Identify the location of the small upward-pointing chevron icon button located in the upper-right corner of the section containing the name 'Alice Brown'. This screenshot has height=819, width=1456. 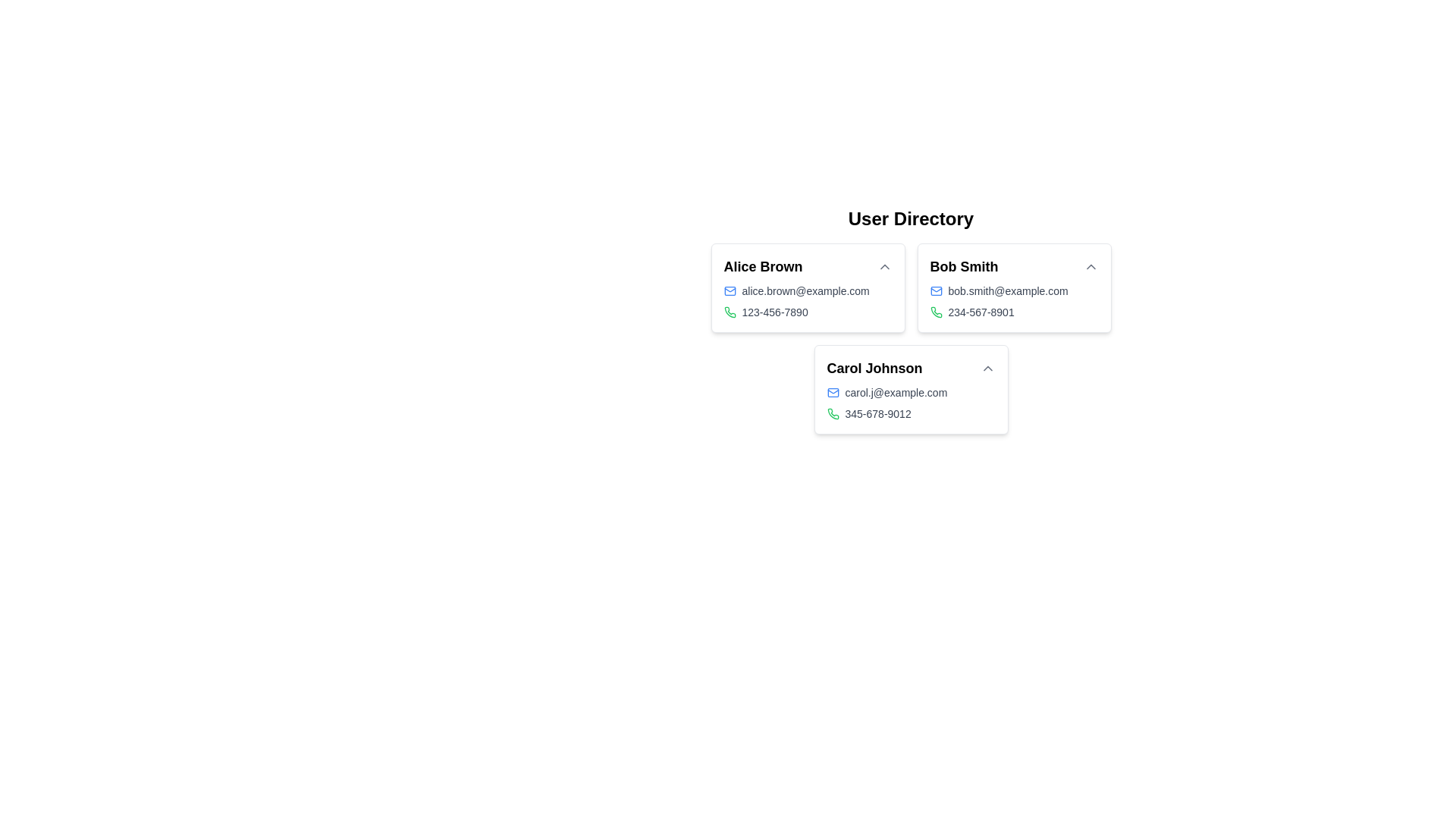
(884, 265).